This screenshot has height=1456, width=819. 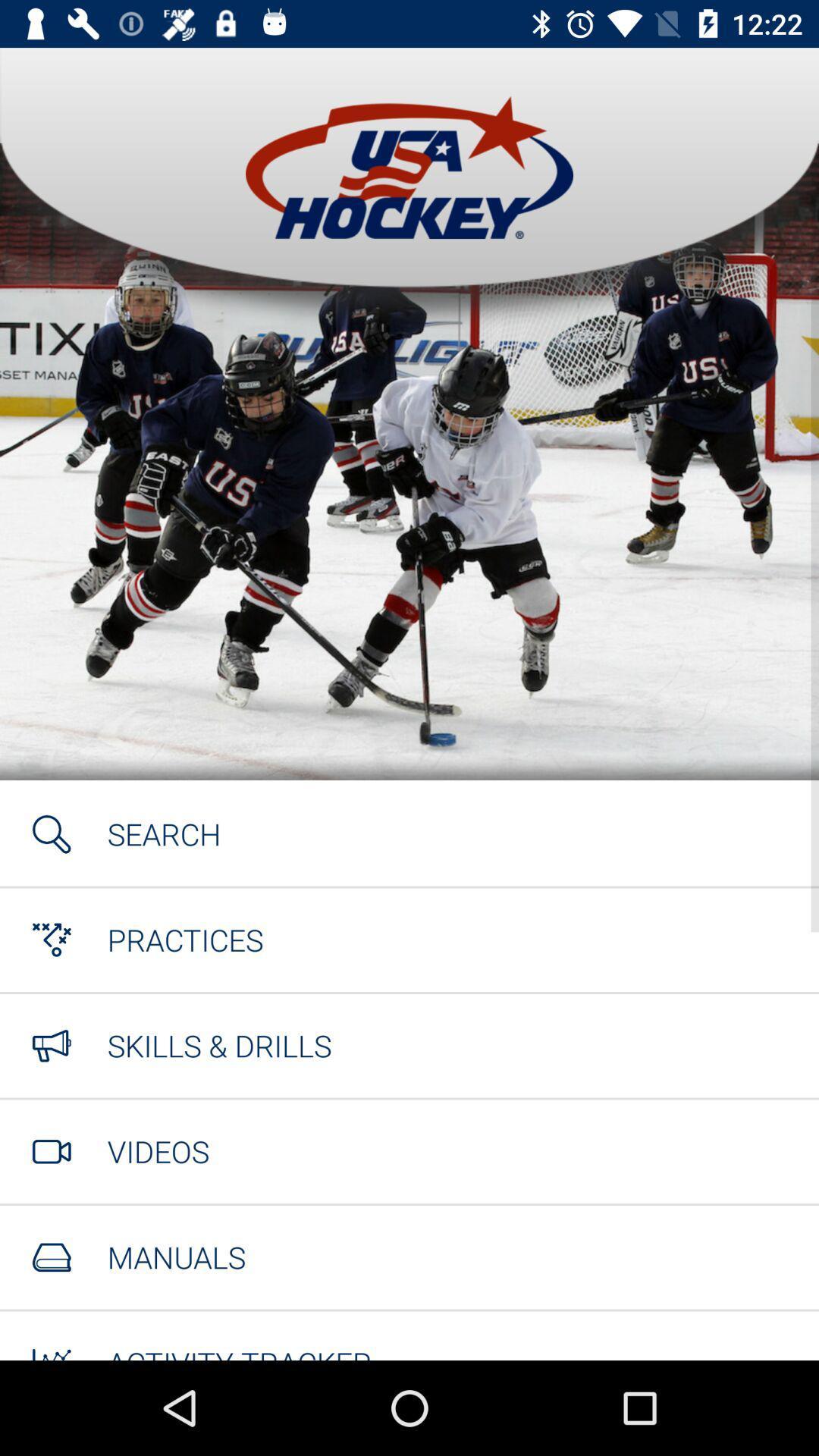 What do you see at coordinates (219, 1044) in the screenshot?
I see `the item above videos icon` at bounding box center [219, 1044].